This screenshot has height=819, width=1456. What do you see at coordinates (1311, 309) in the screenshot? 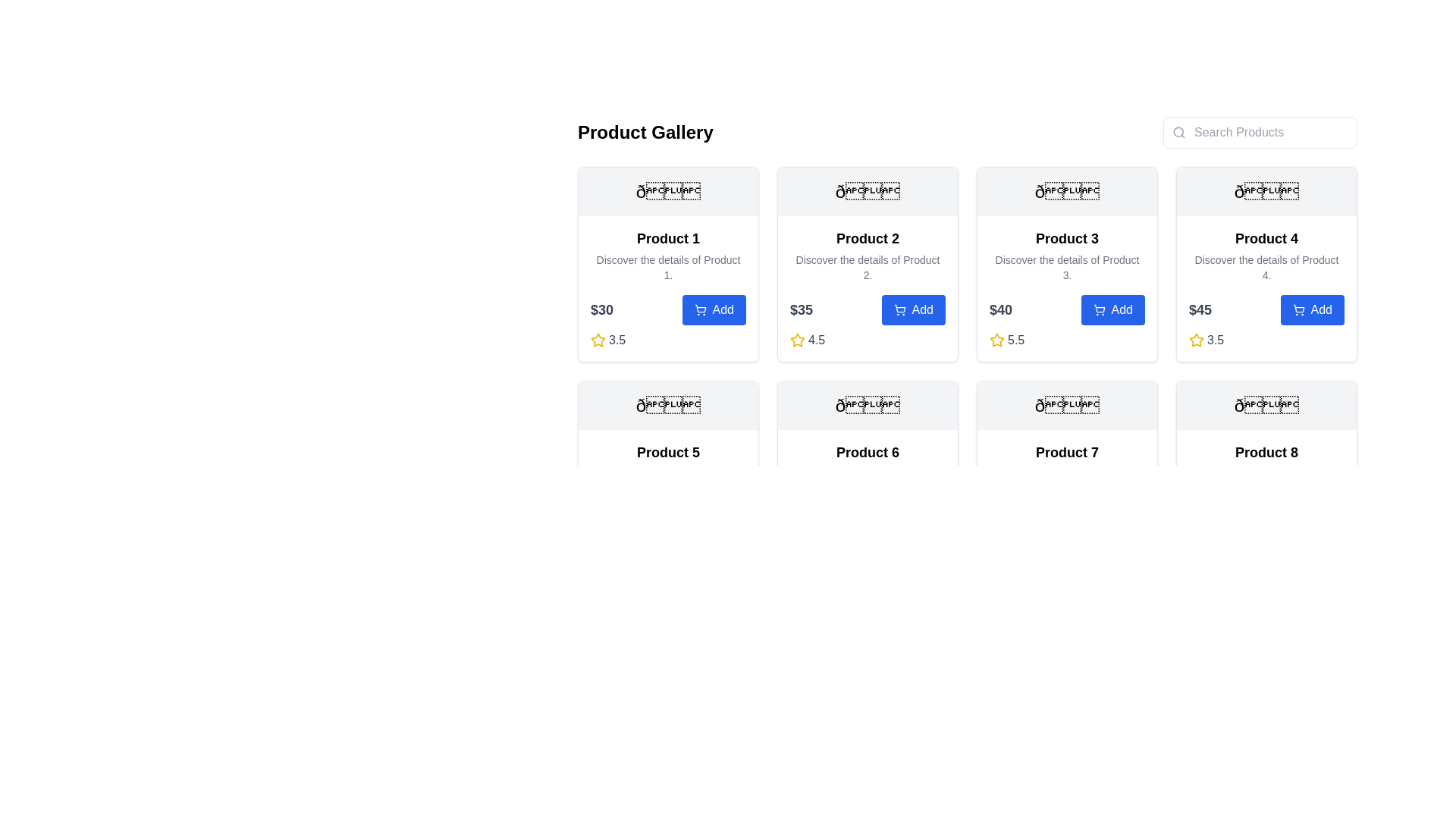
I see `the blue rectangular button labeled 'Add' with a shopping cart icon for keyboard interactions` at bounding box center [1311, 309].